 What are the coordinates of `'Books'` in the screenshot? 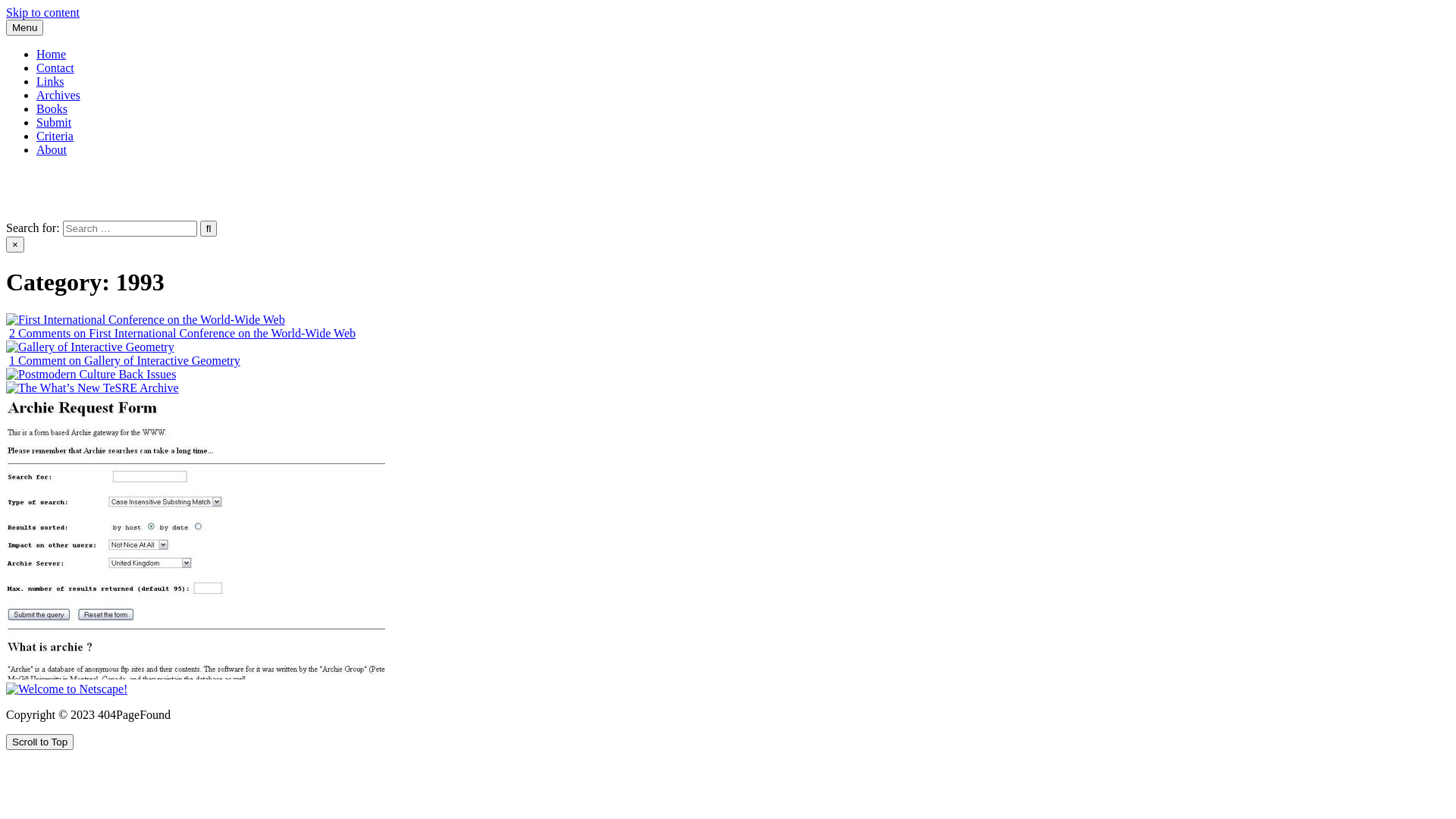 It's located at (52, 108).